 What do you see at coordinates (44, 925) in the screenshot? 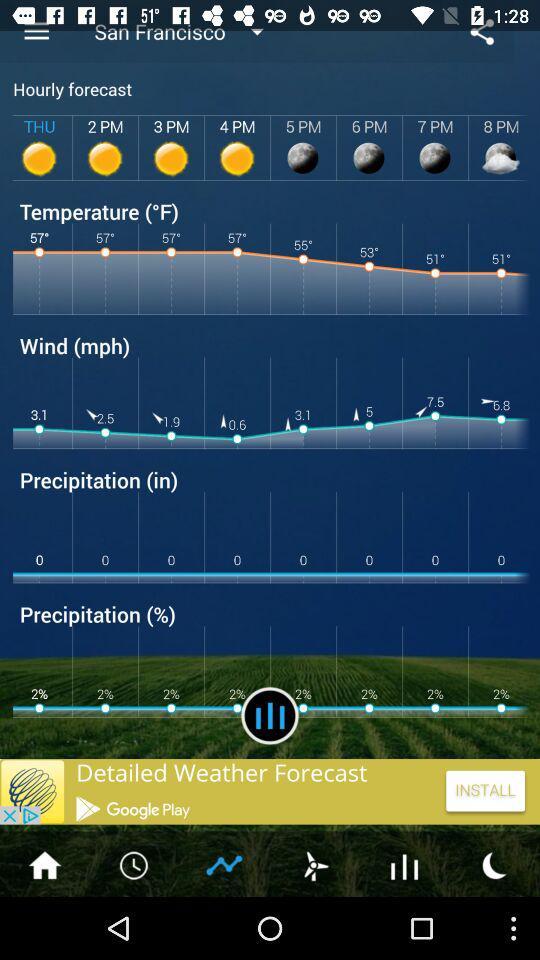
I see `the home icon` at bounding box center [44, 925].